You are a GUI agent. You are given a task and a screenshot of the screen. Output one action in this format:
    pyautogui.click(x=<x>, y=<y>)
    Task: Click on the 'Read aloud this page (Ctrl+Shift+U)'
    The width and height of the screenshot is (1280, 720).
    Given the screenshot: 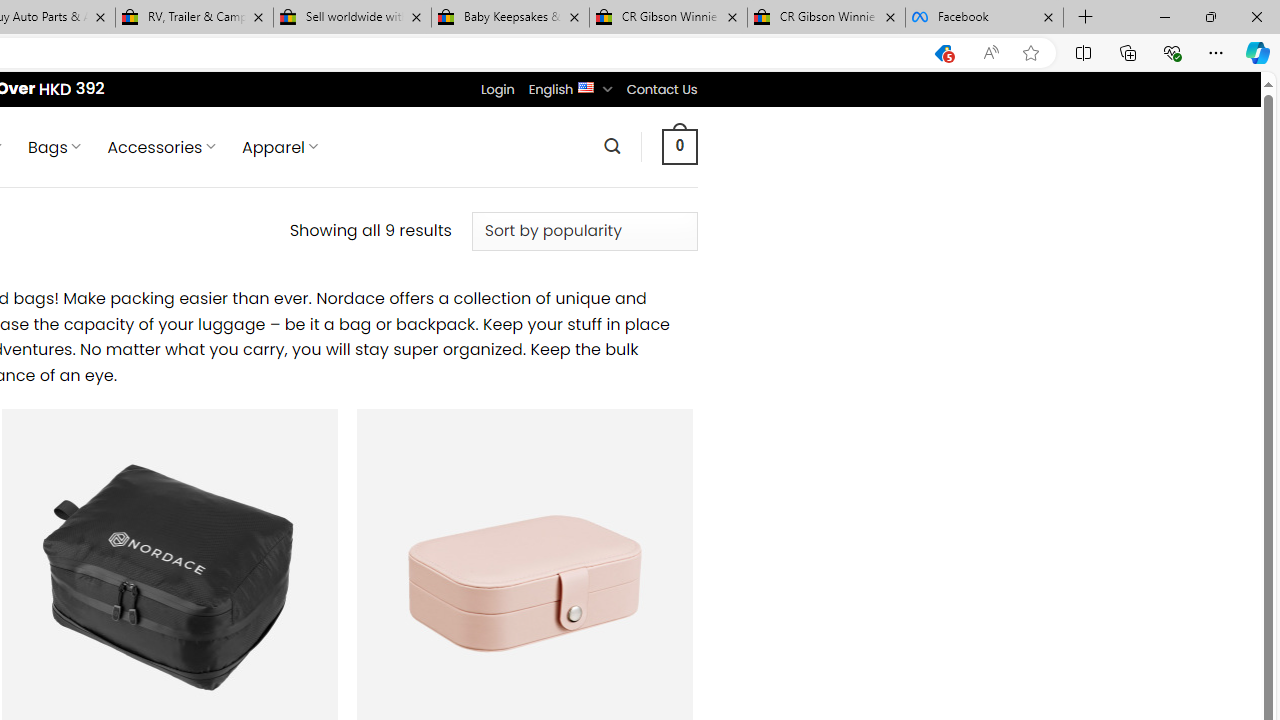 What is the action you would take?
    pyautogui.click(x=991, y=52)
    